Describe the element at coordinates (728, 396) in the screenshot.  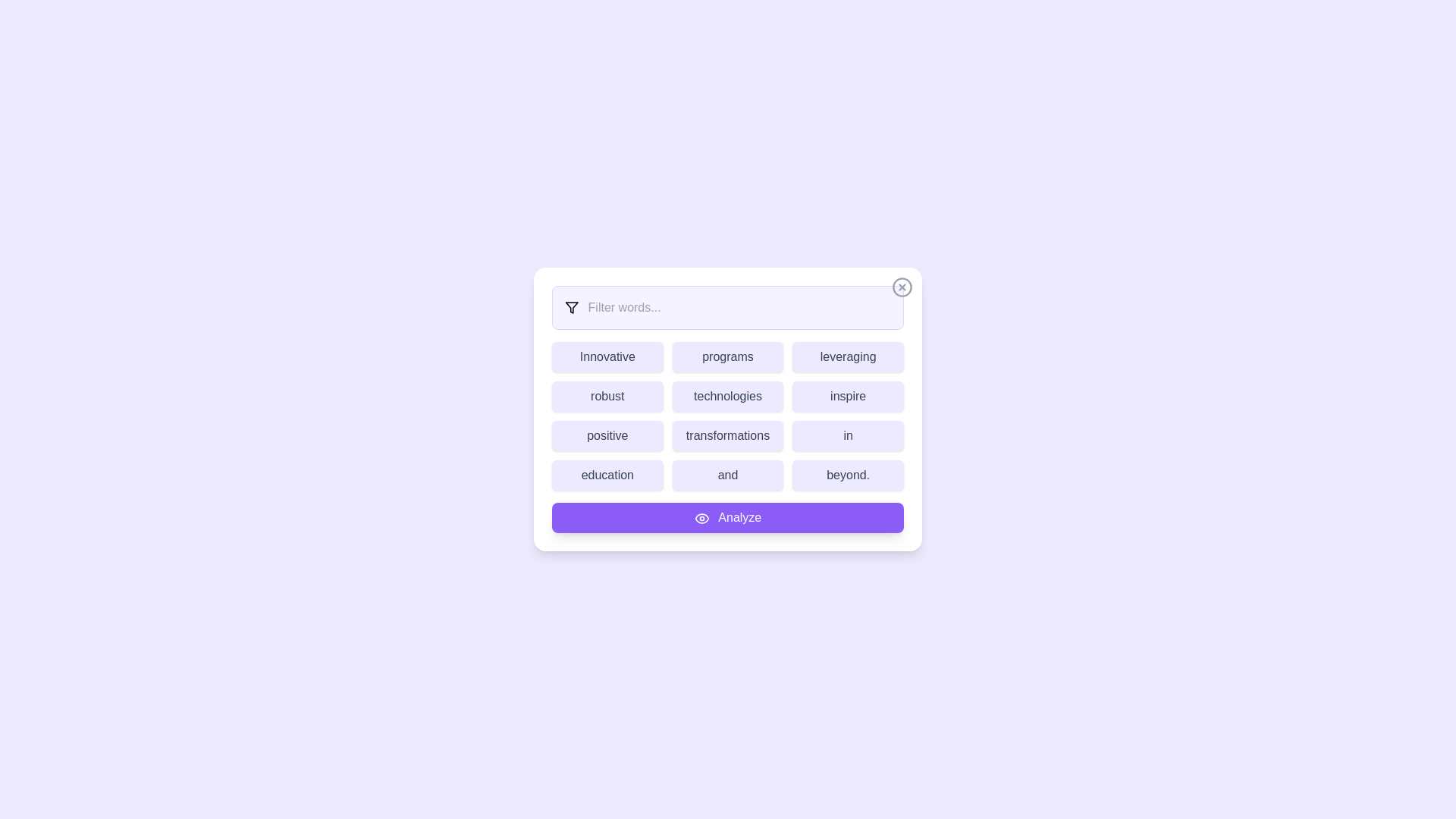
I see `the word technologies to highlight it` at that location.